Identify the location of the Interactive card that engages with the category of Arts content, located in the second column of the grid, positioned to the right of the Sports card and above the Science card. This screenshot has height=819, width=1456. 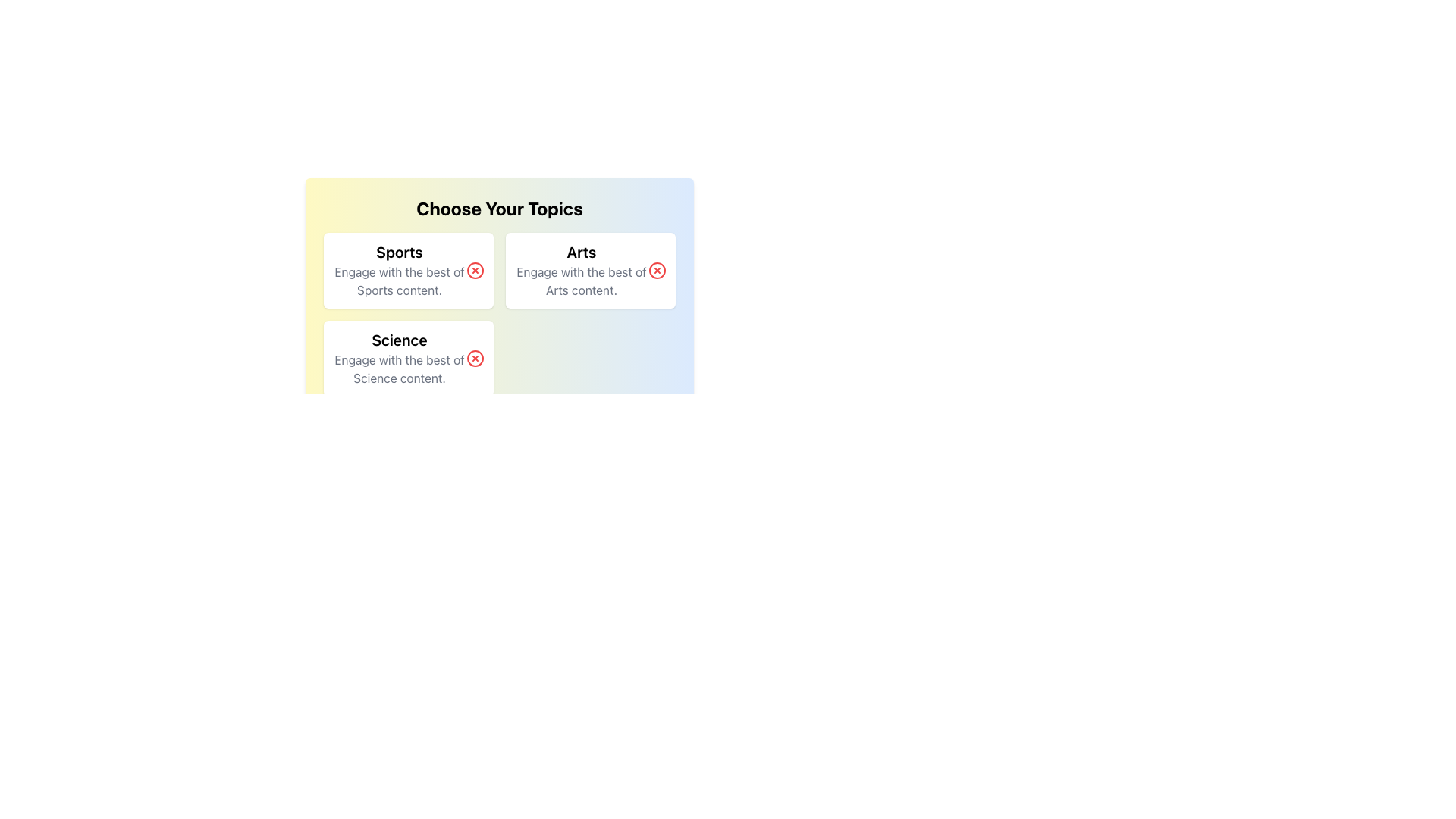
(589, 270).